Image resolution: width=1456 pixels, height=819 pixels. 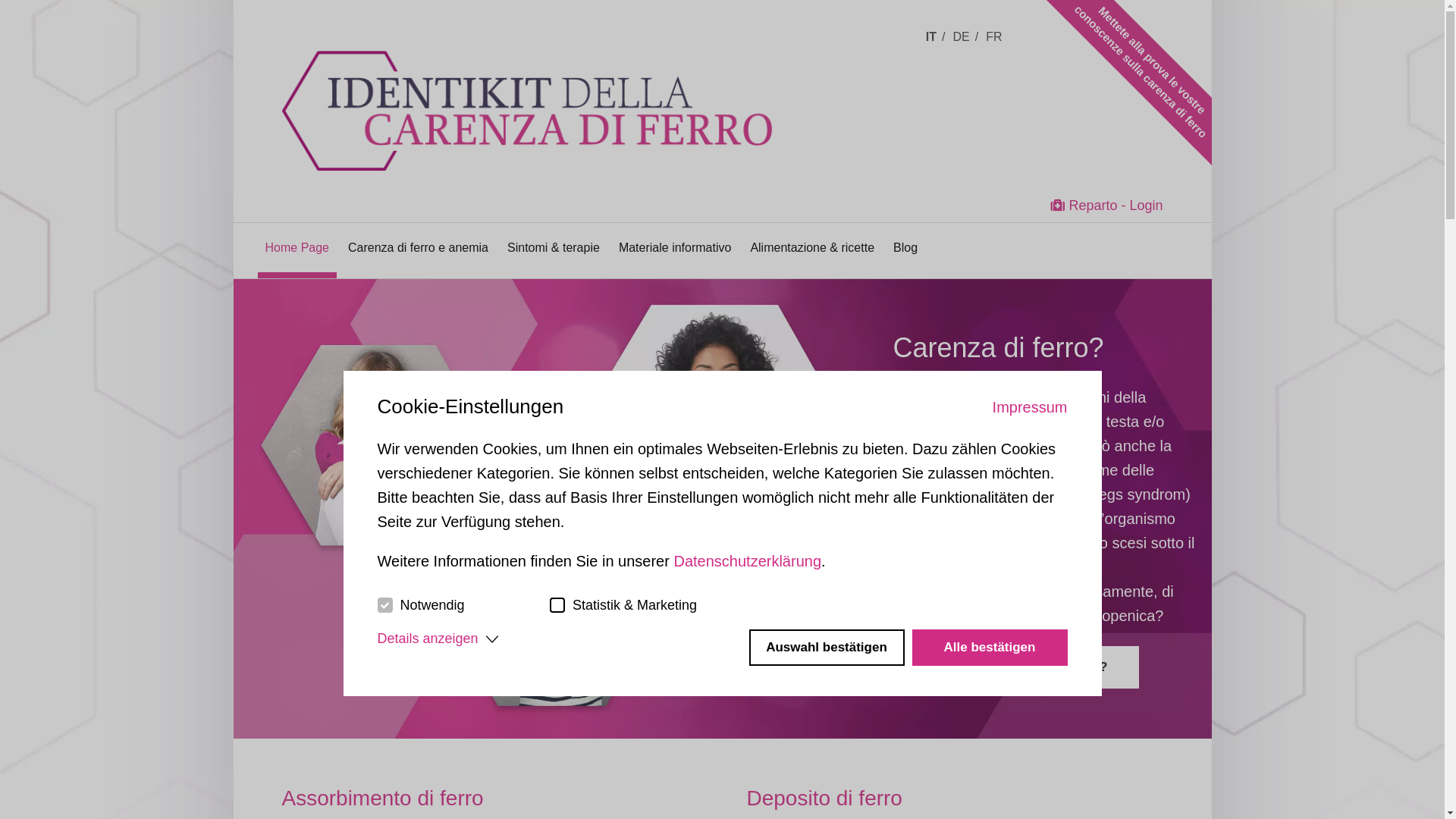 What do you see at coordinates (418, 246) in the screenshot?
I see `'Carenza di ferro e anemia'` at bounding box center [418, 246].